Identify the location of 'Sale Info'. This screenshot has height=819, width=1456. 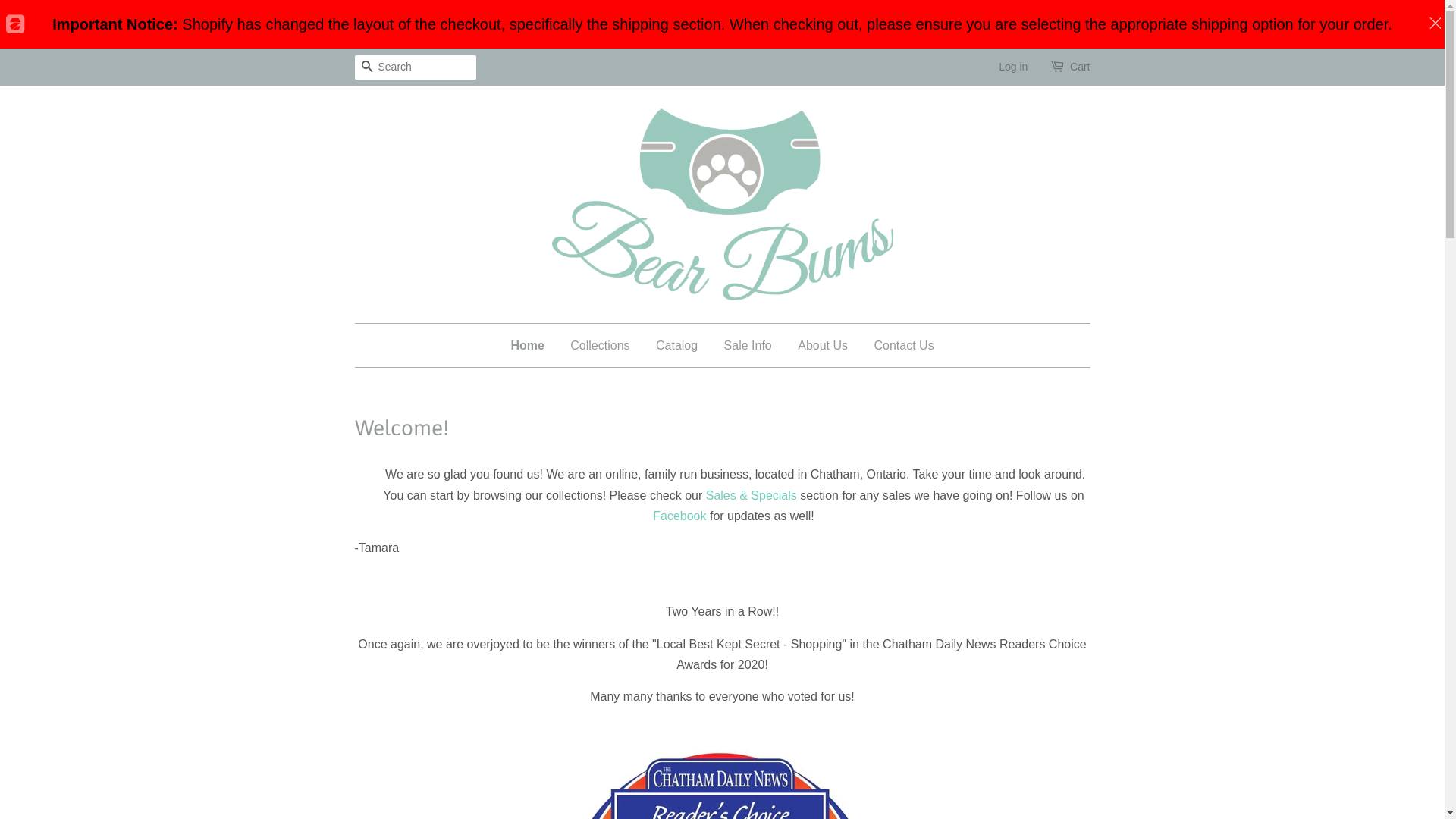
(748, 345).